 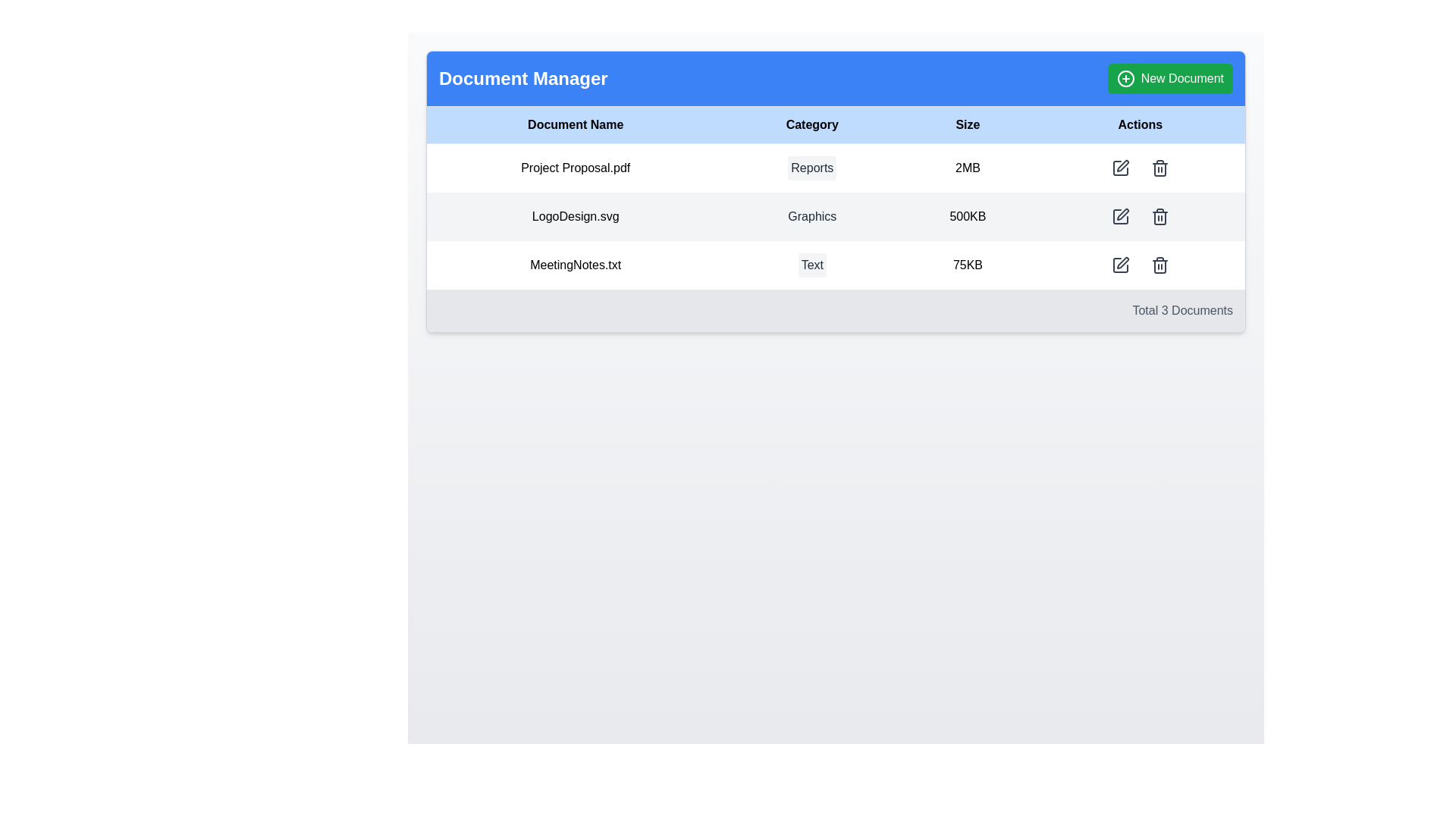 I want to click on the Trash/Delete icon, so click(x=1159, y=265).